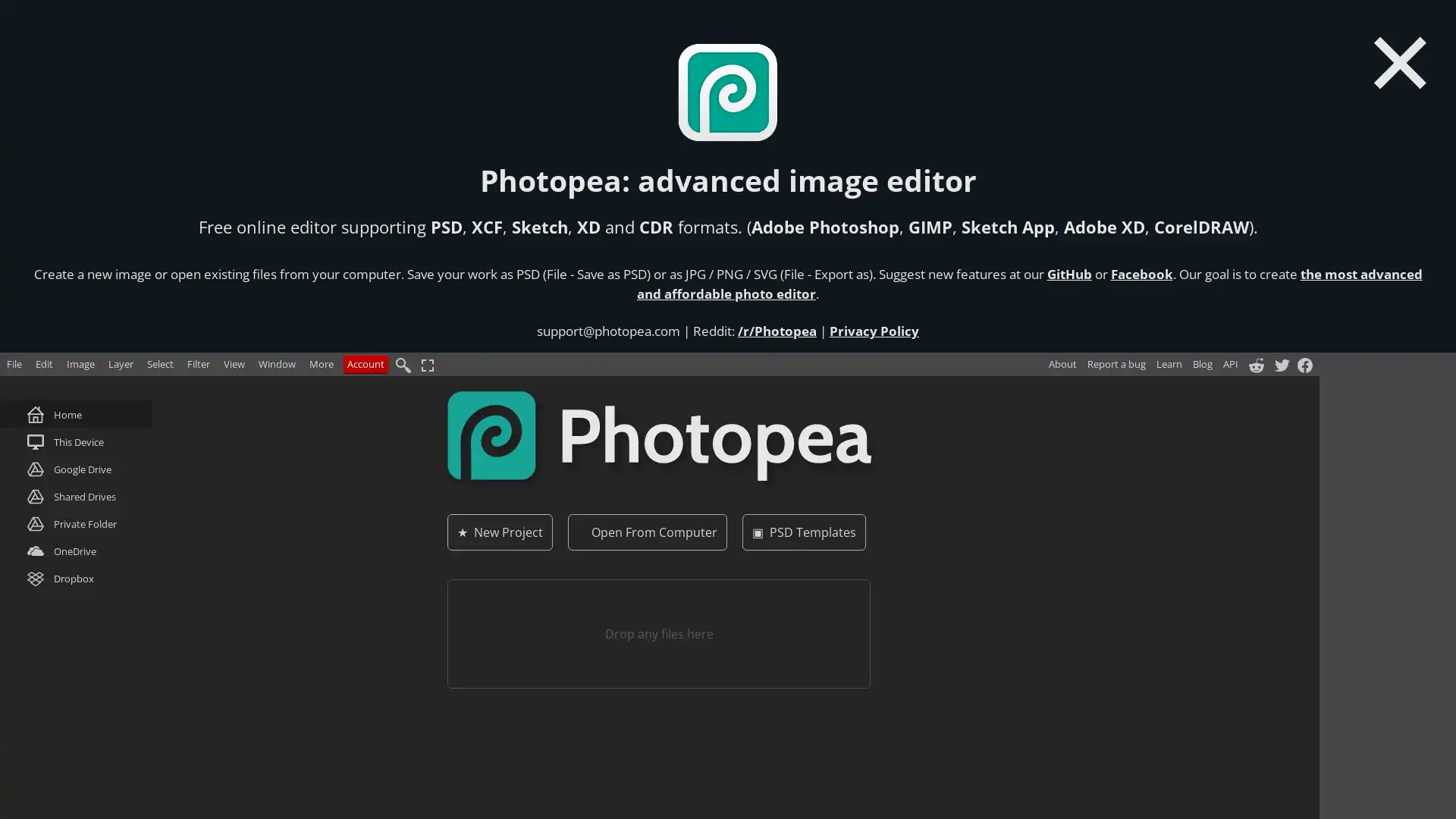 The height and width of the screenshot is (819, 1456). I want to click on Window, so click(277, 11).